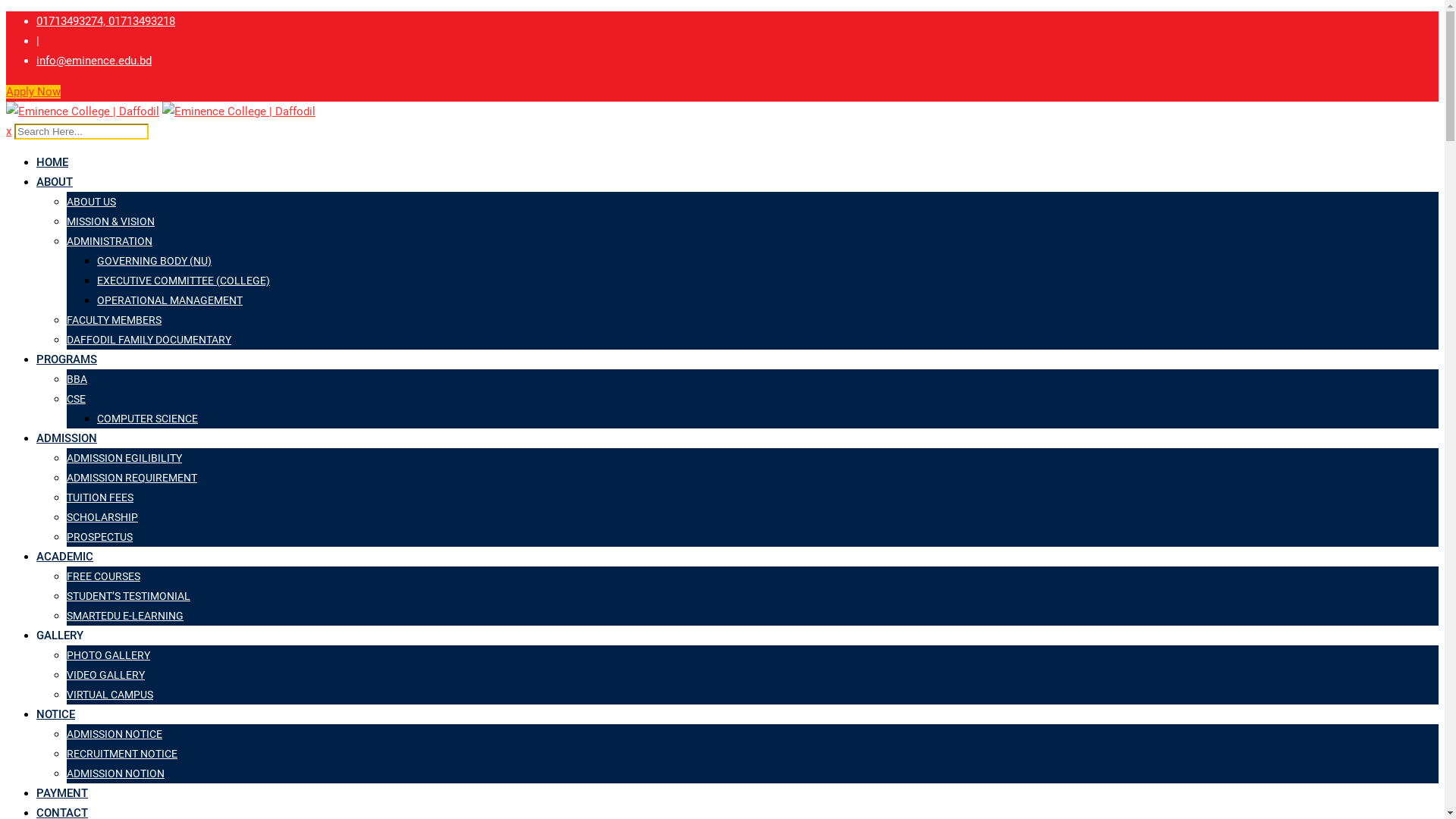 This screenshot has height=819, width=1456. Describe the element at coordinates (154, 259) in the screenshot. I see `'GOVERNING BODY (NU)'` at that location.